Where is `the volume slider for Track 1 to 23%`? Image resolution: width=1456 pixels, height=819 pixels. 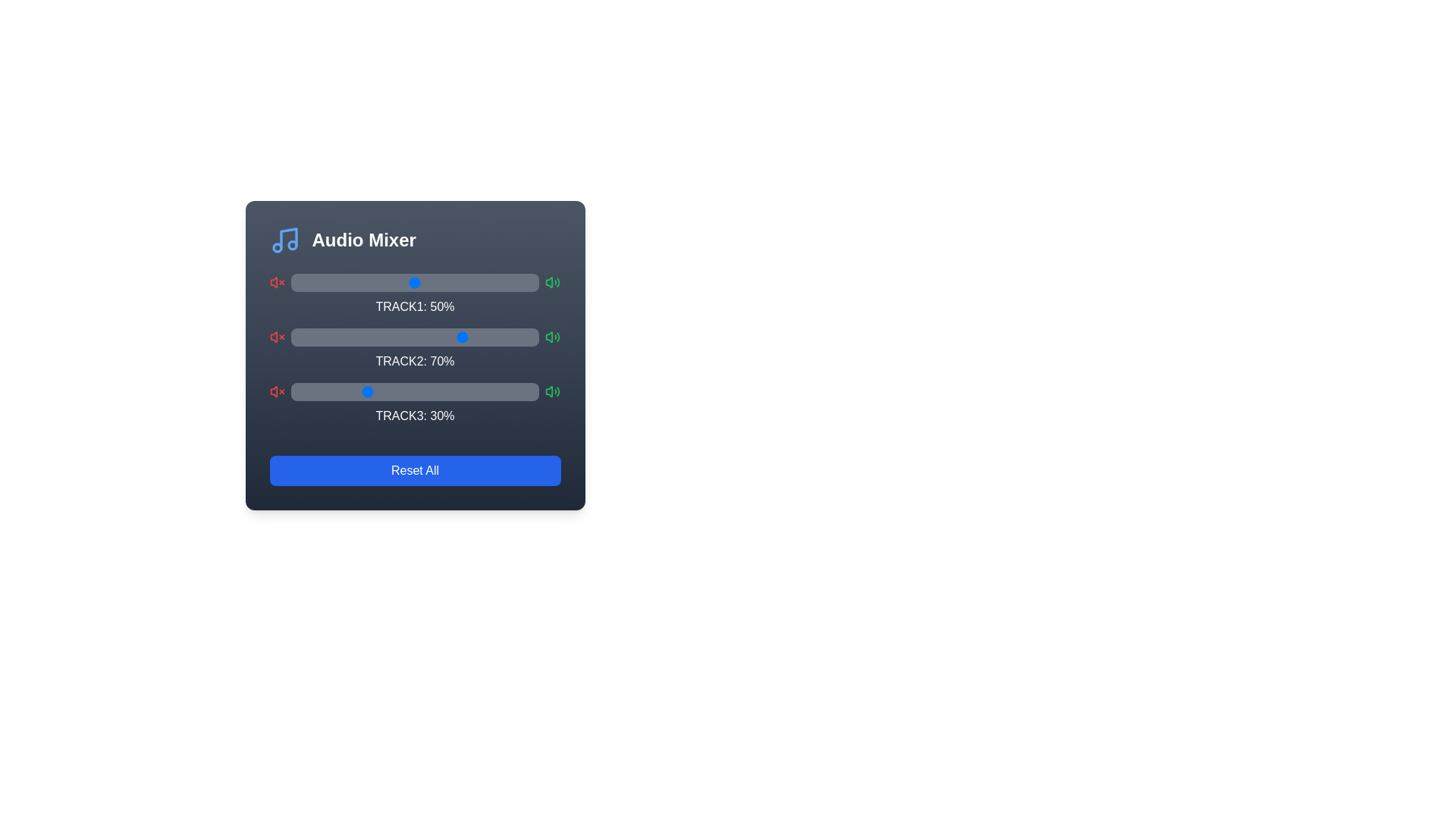 the volume slider for Track 1 to 23% is located at coordinates (347, 283).